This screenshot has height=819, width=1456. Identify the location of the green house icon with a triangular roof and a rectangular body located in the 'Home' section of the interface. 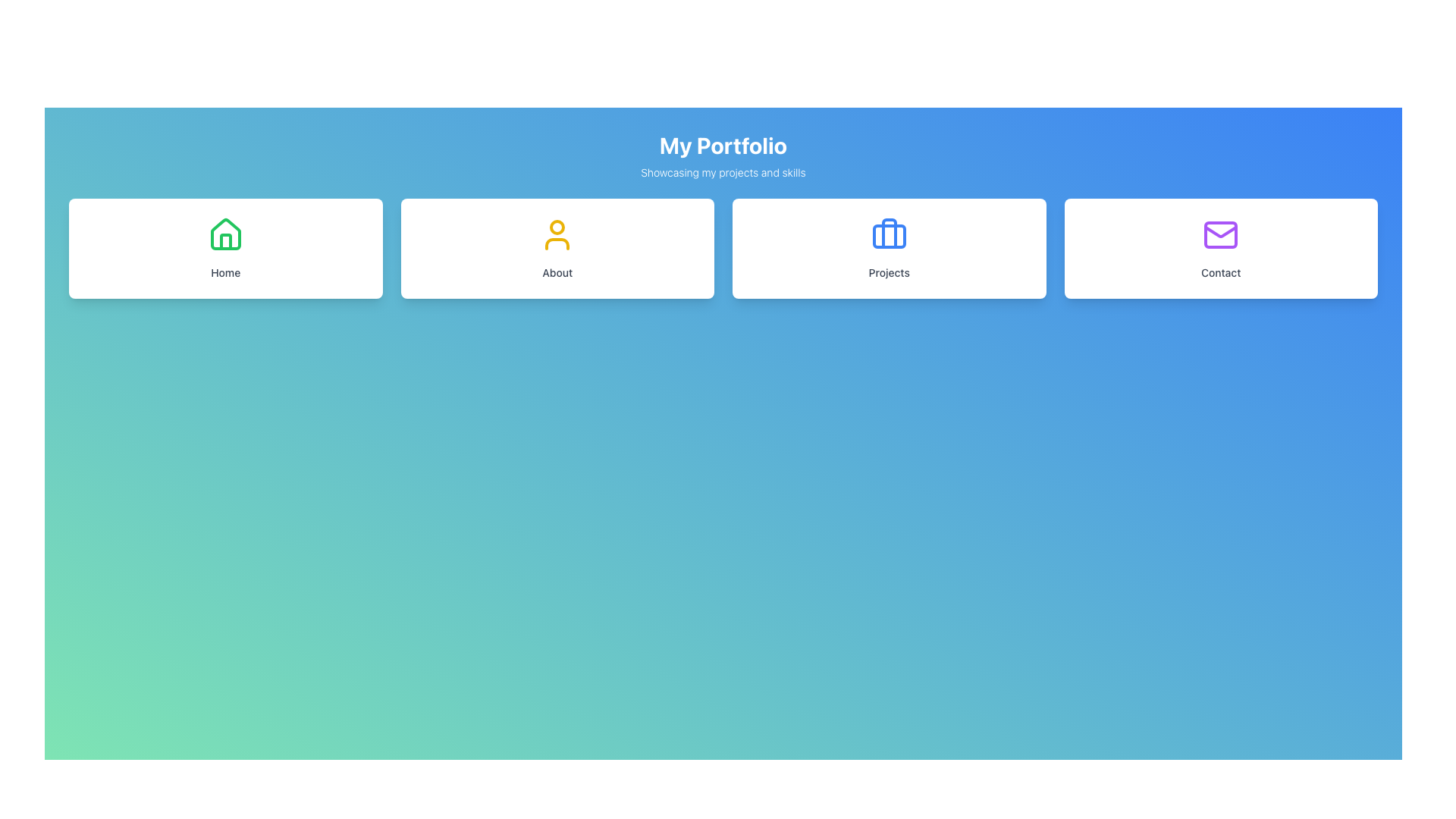
(224, 234).